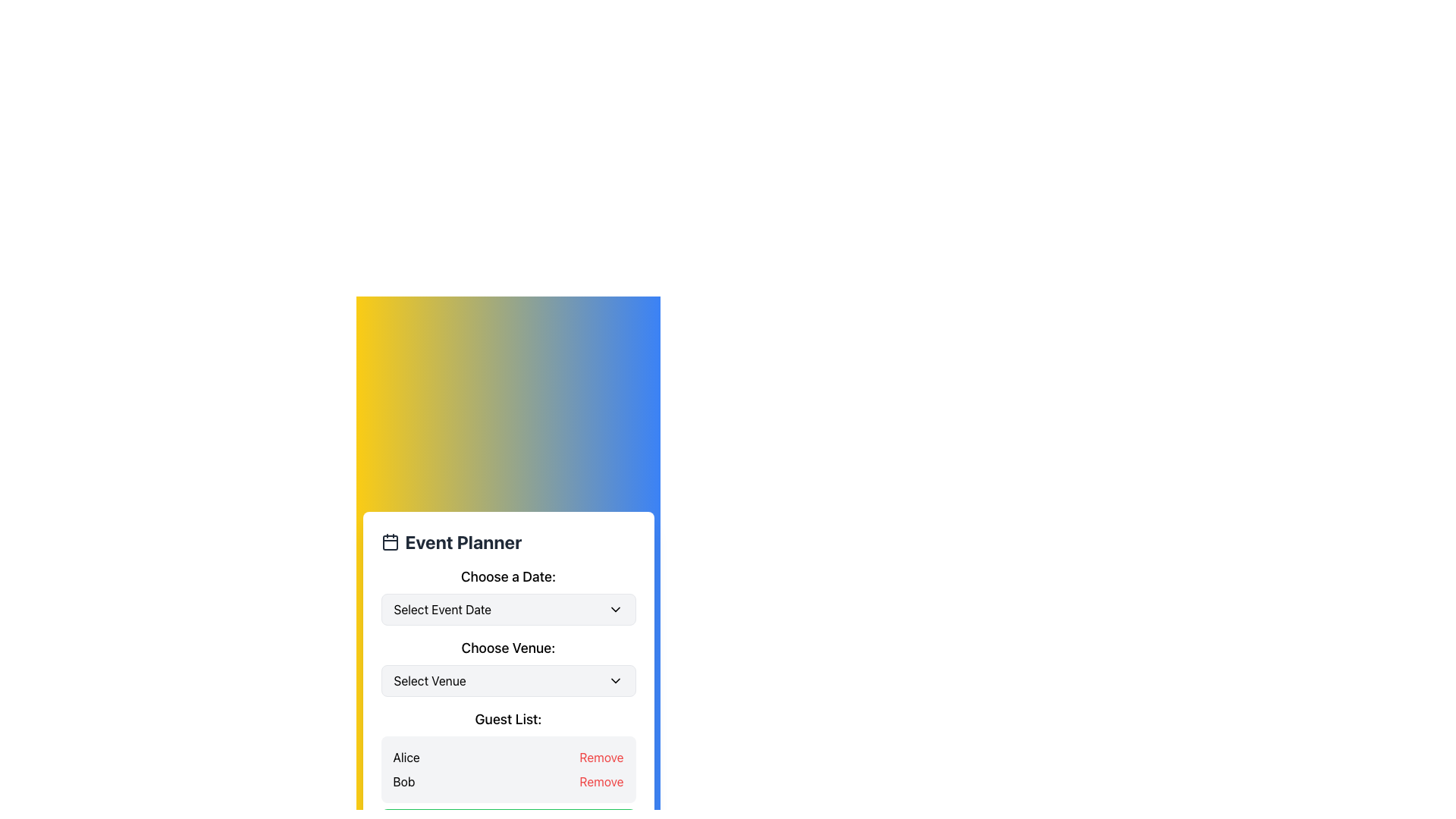 The width and height of the screenshot is (1456, 819). Describe the element at coordinates (403, 781) in the screenshot. I see `the text label displaying the guest's name 'Bob' in the 'Guest List:' under the 'Event Planner' panel` at that location.